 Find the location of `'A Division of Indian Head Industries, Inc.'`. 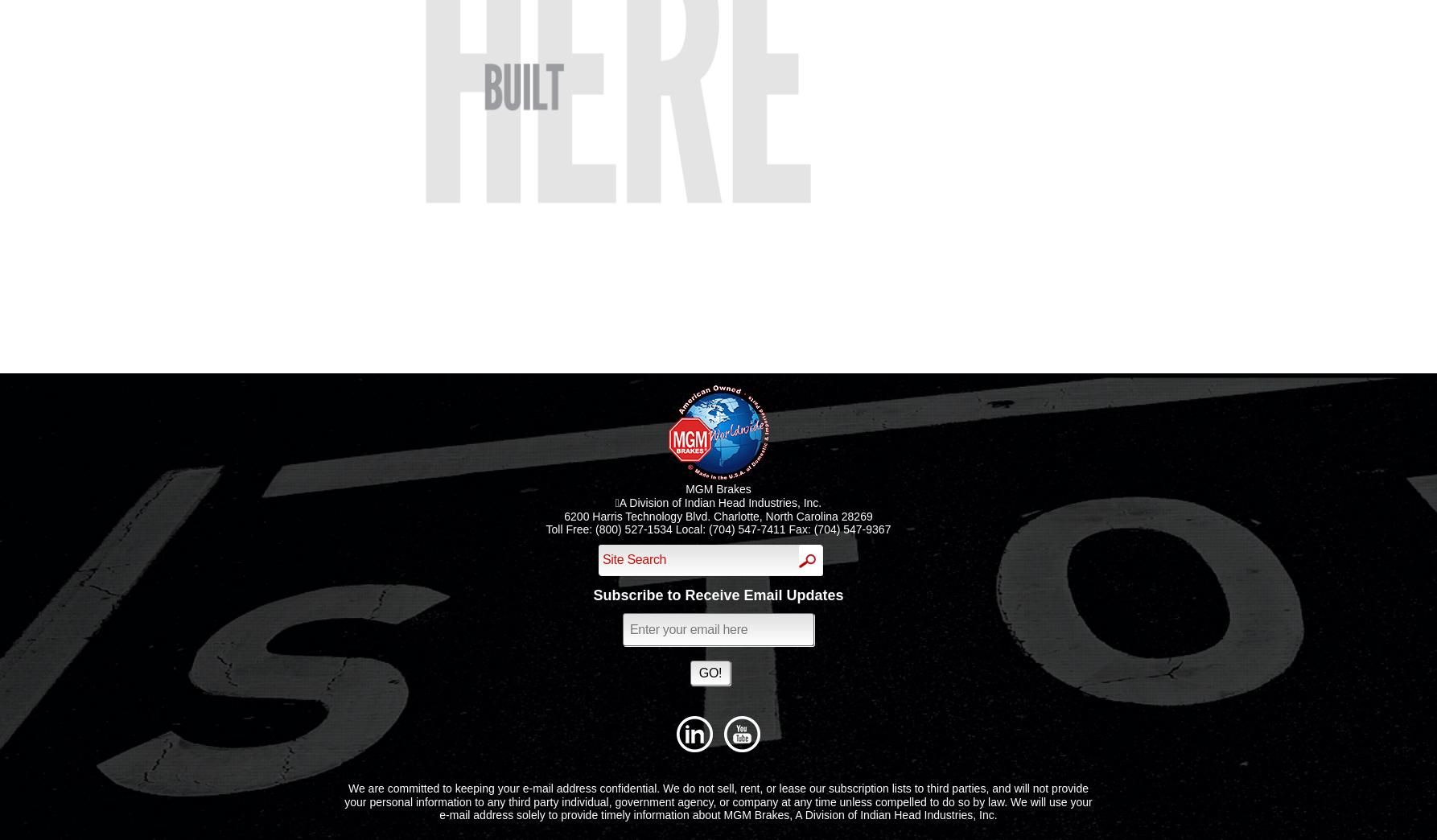

'A Division of Indian Head Industries, Inc.' is located at coordinates (717, 501).